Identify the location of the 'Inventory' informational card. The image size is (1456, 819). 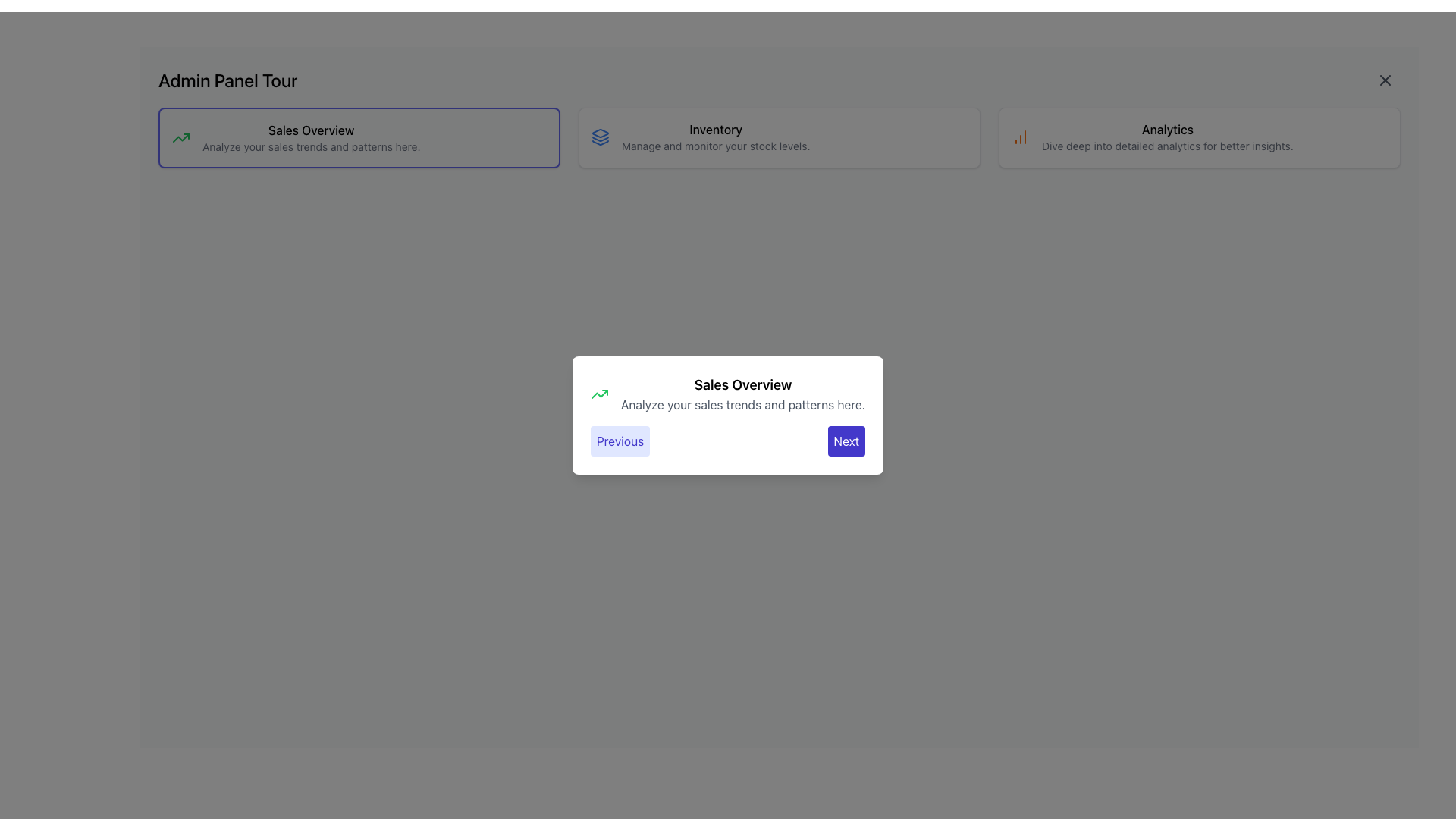
(779, 137).